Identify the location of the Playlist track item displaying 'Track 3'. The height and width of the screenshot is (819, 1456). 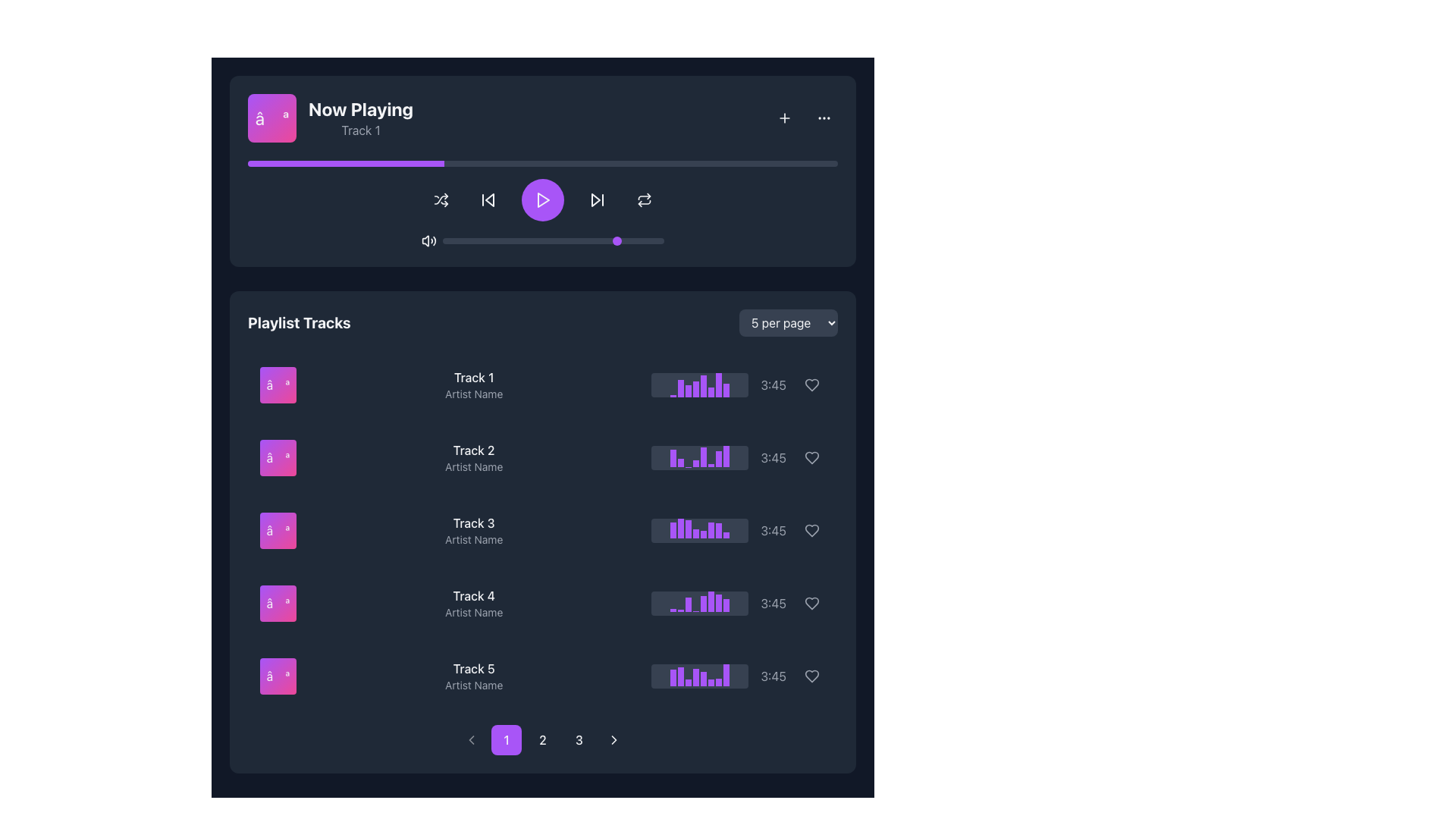
(542, 529).